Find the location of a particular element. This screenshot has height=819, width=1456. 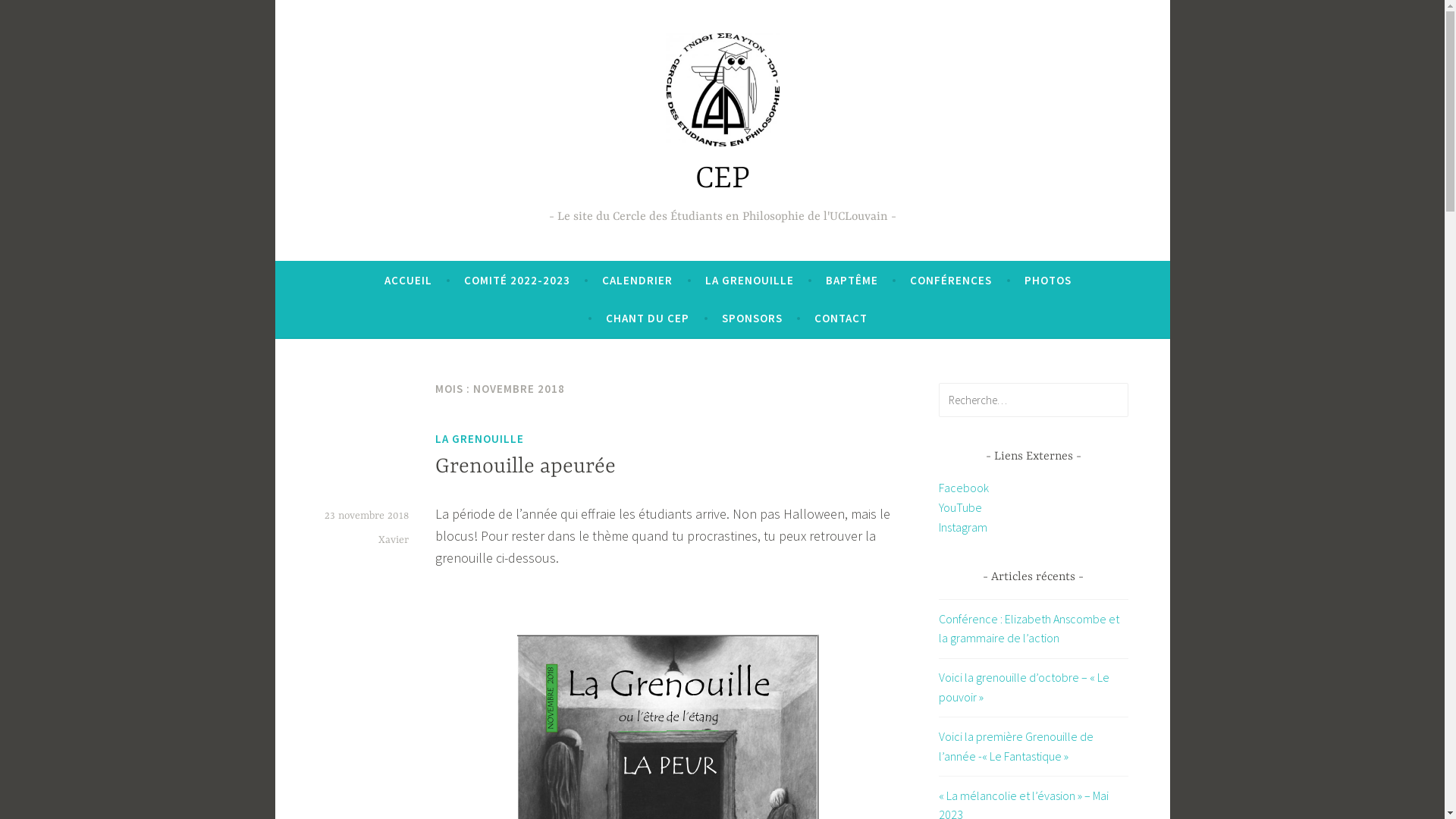

'23 novembre 2018' is located at coordinates (366, 514).